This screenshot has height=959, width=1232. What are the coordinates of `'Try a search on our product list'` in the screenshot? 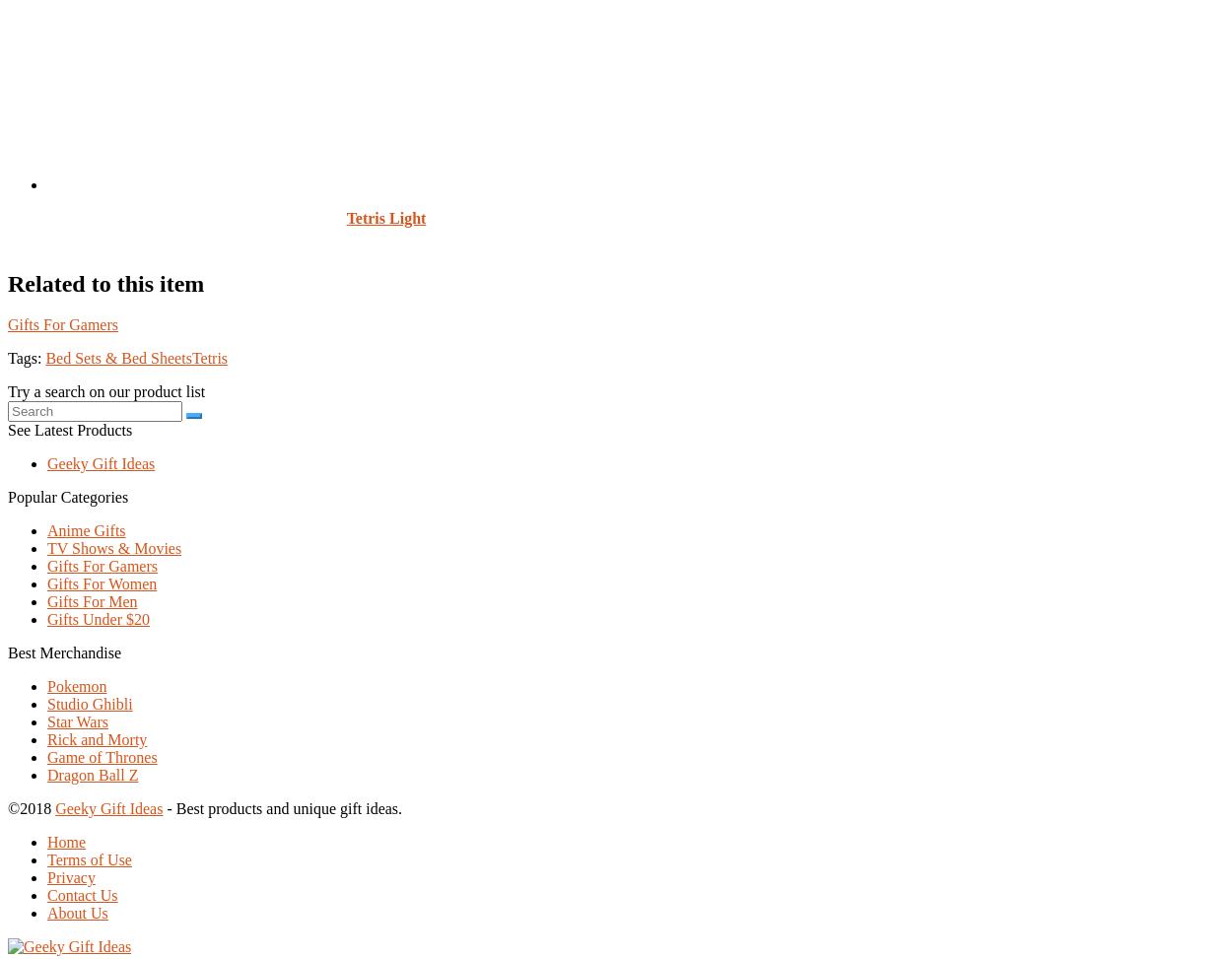 It's located at (105, 390).